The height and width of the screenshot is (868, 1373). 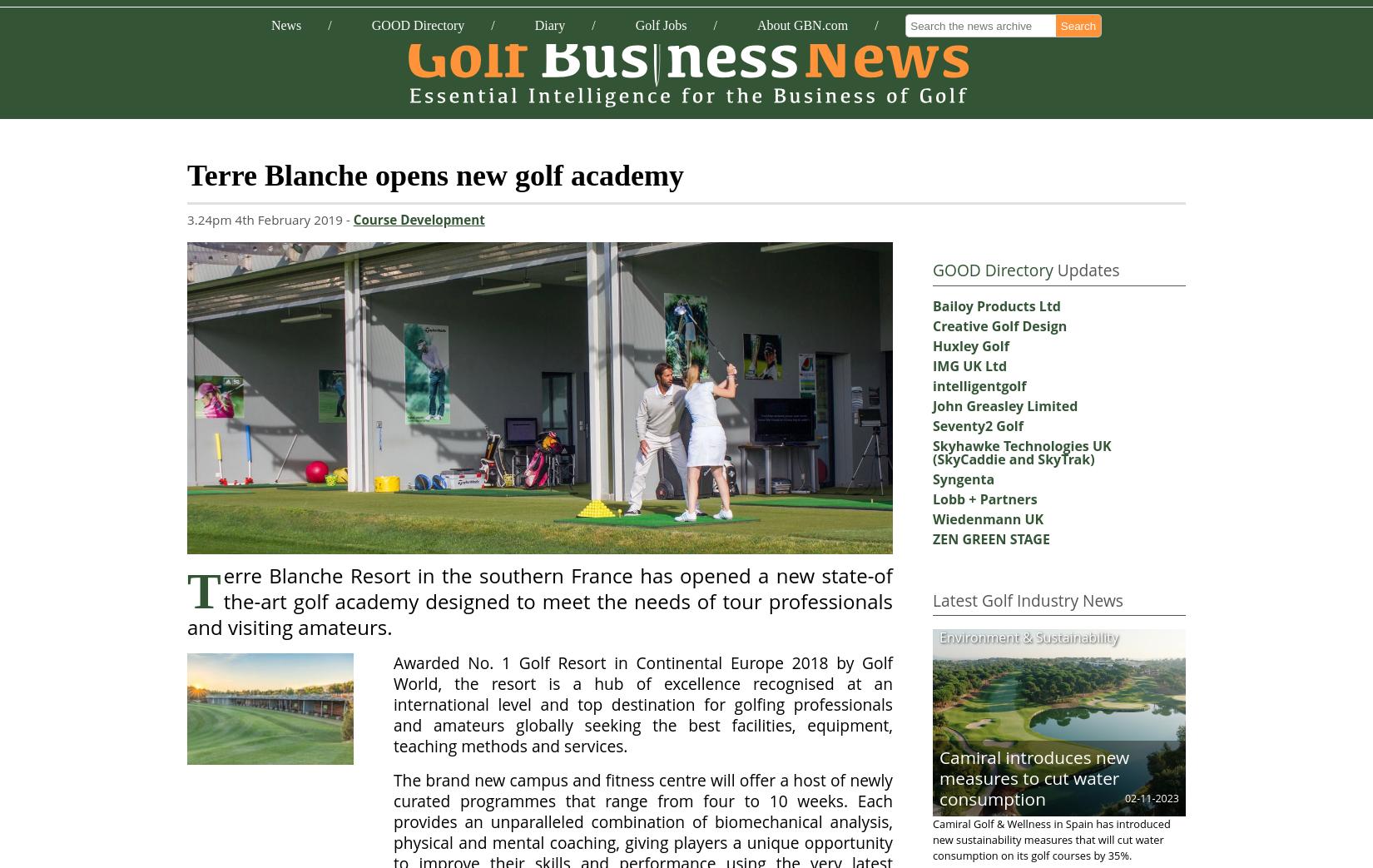 I want to click on 'Terre Blanche Resort in the southern France has opened a new state-of the-art golf academy designed to meet the needs of tour professionals and visiting amateurs.', so click(x=538, y=600).